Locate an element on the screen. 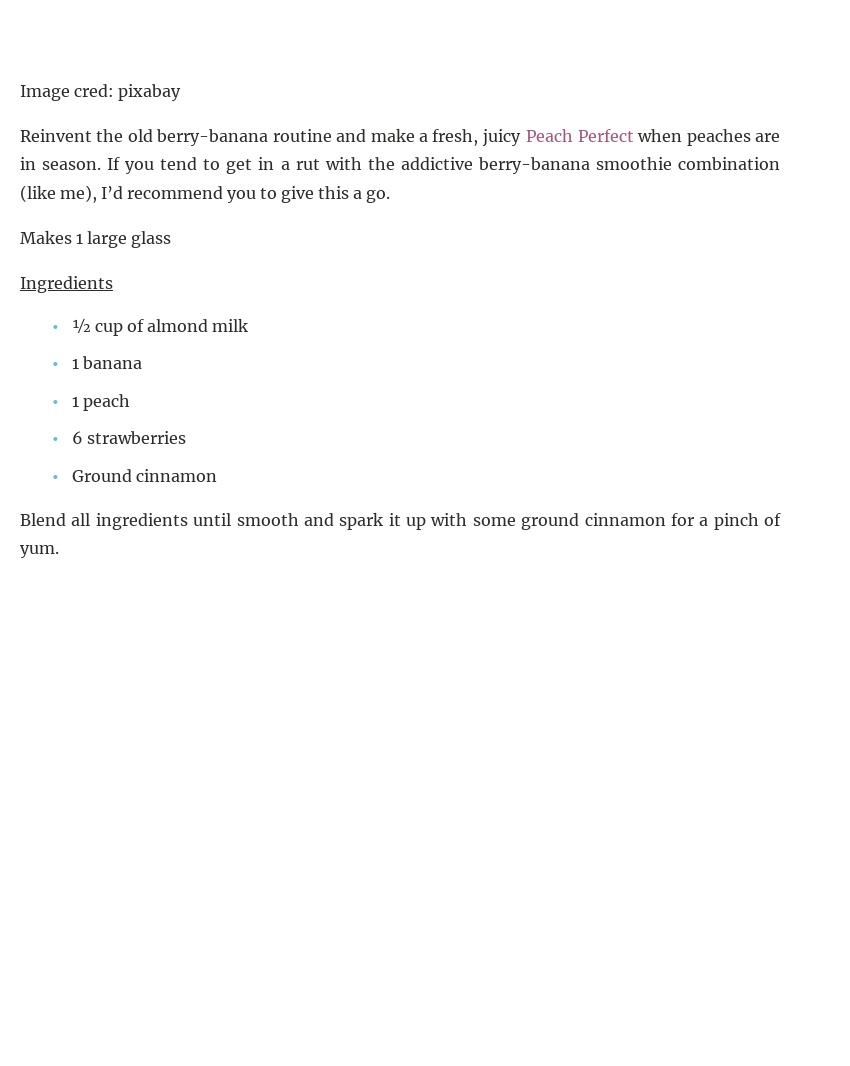 The image size is (850, 1066). '1 banana' is located at coordinates (106, 362).